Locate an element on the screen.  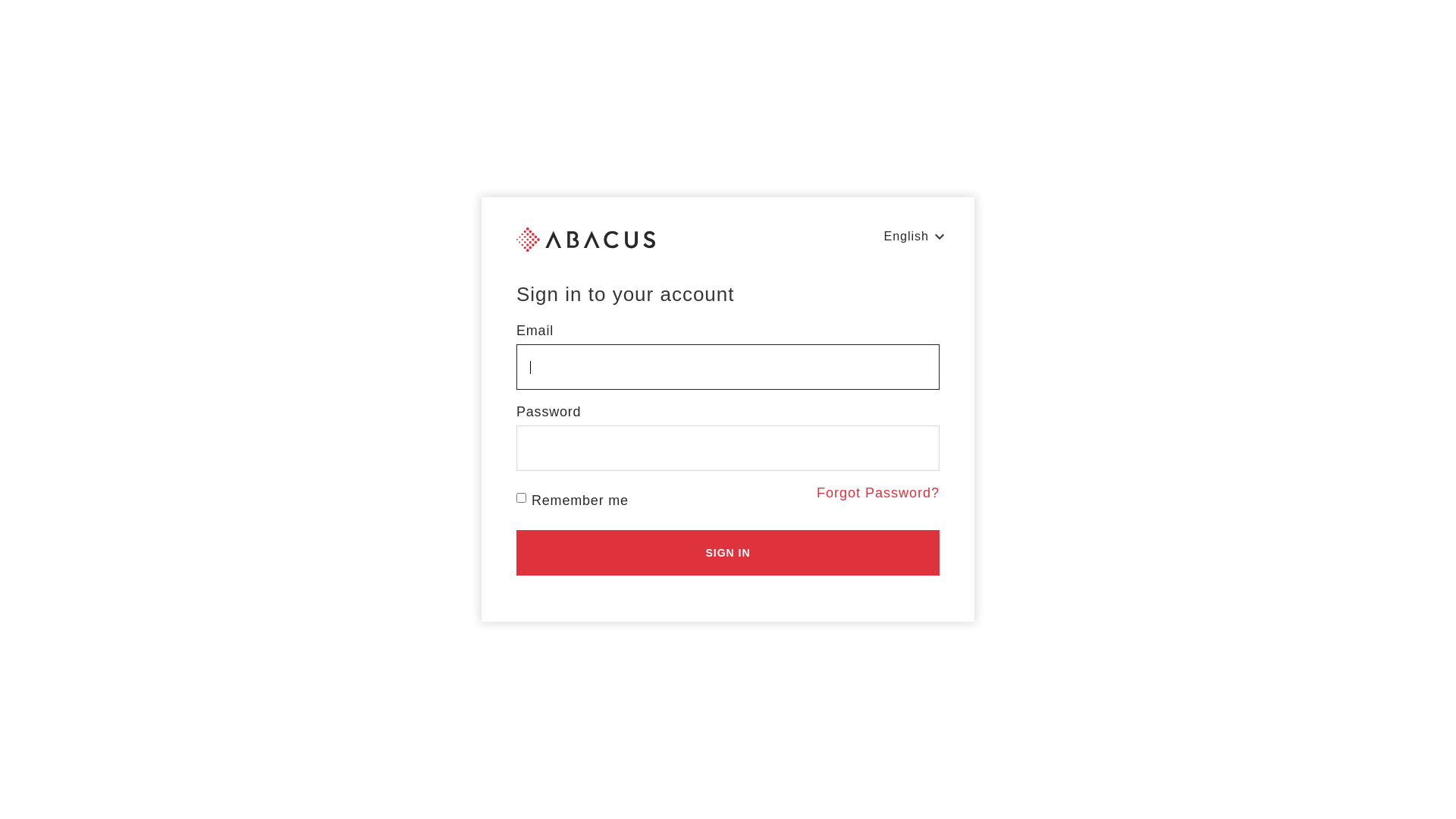
'English' is located at coordinates (913, 237).